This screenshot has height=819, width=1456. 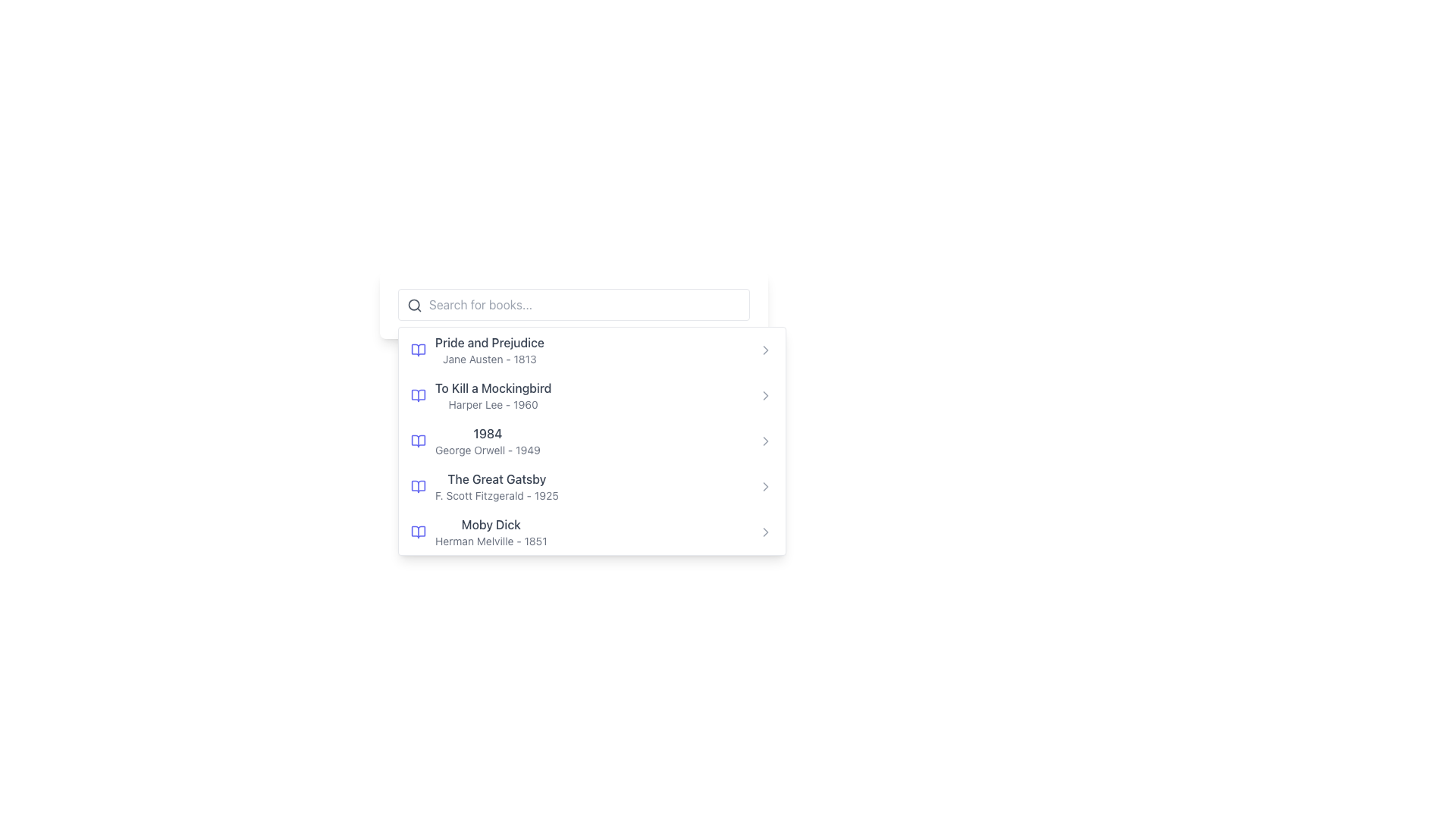 I want to click on the List Item element containing the text '1984' by George Orwell, so click(x=475, y=441).